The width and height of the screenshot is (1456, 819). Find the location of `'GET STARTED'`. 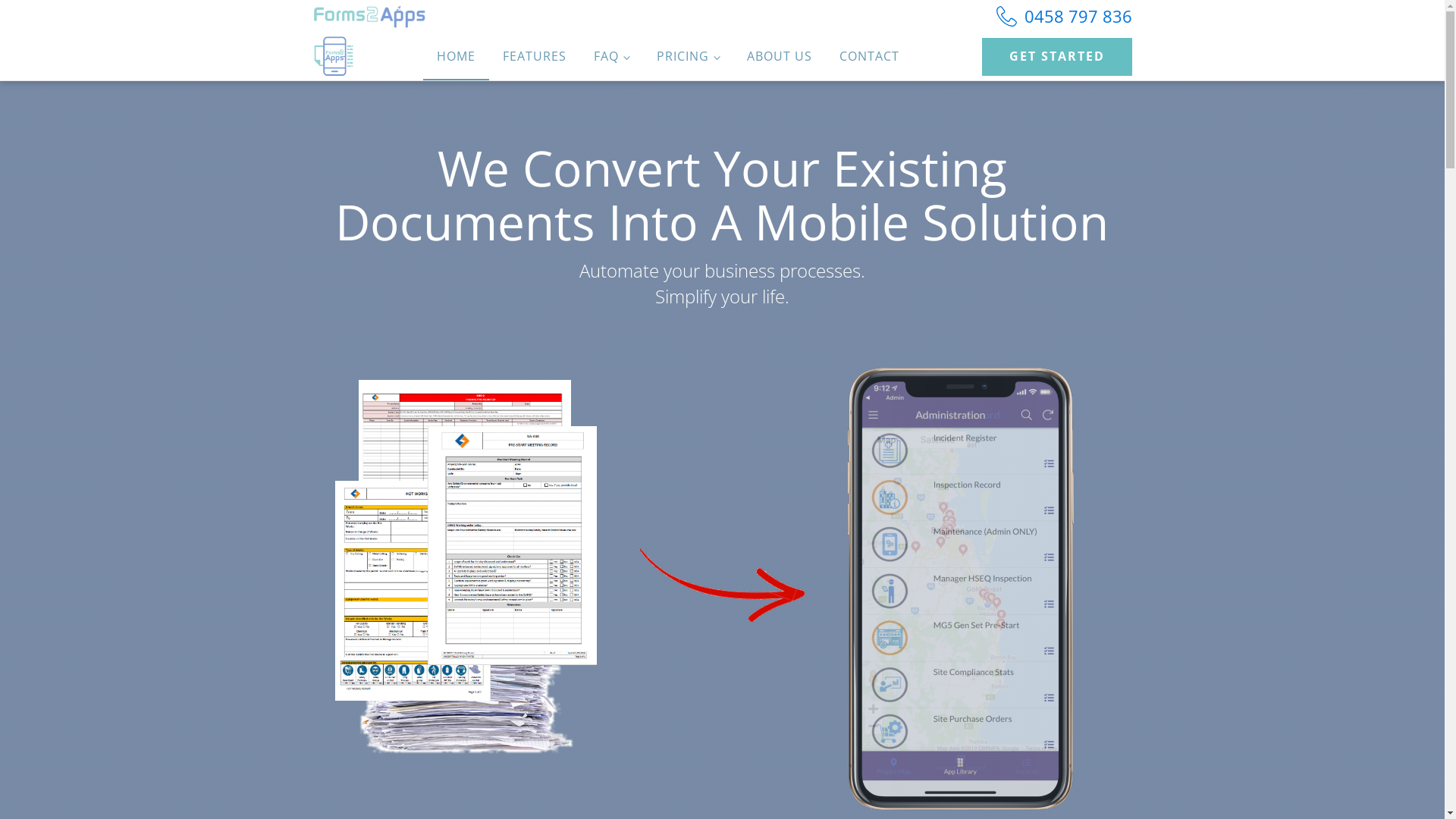

'GET STARTED' is located at coordinates (1055, 55).